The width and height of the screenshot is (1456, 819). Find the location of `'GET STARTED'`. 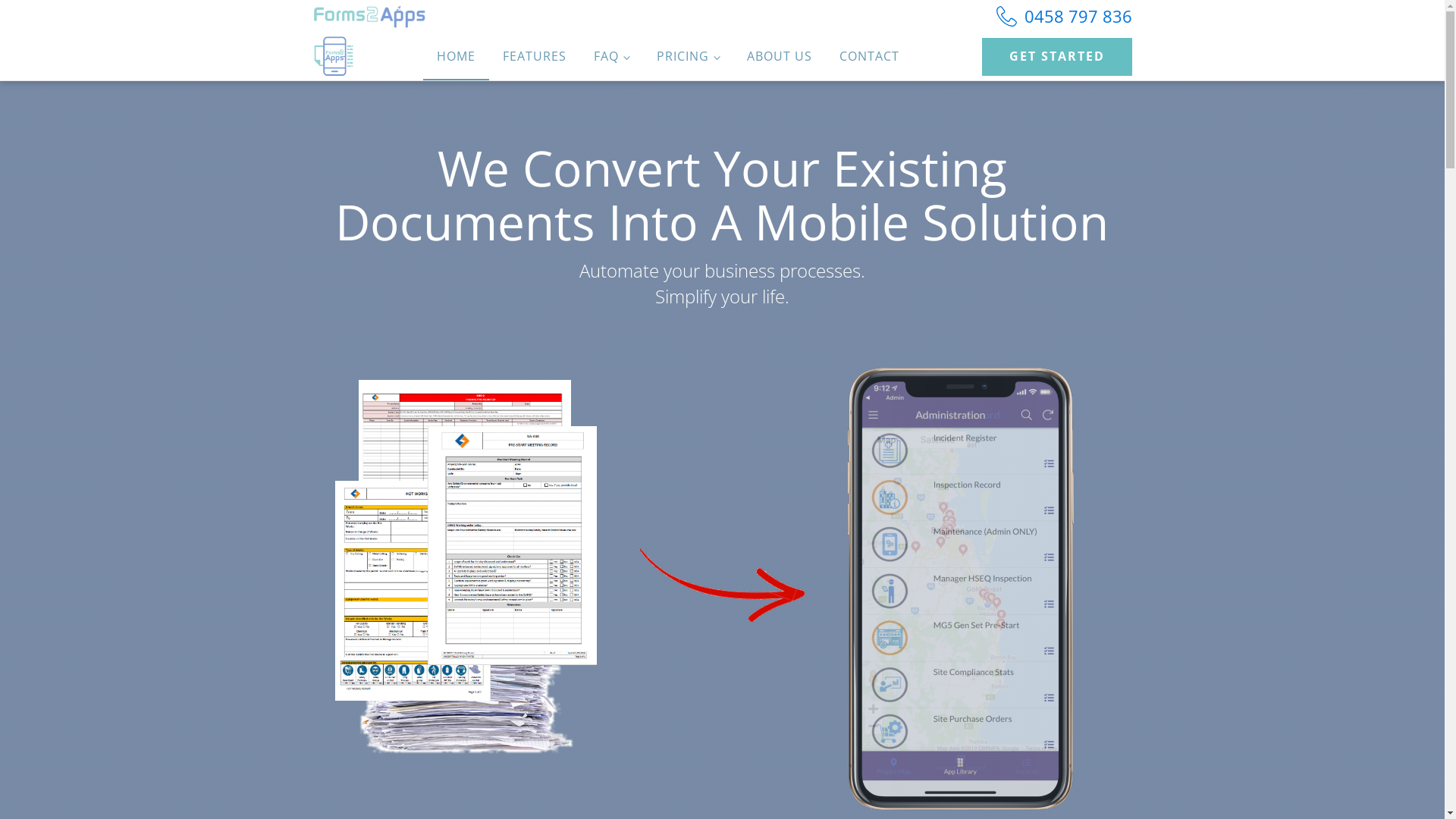

'GET STARTED' is located at coordinates (1055, 55).